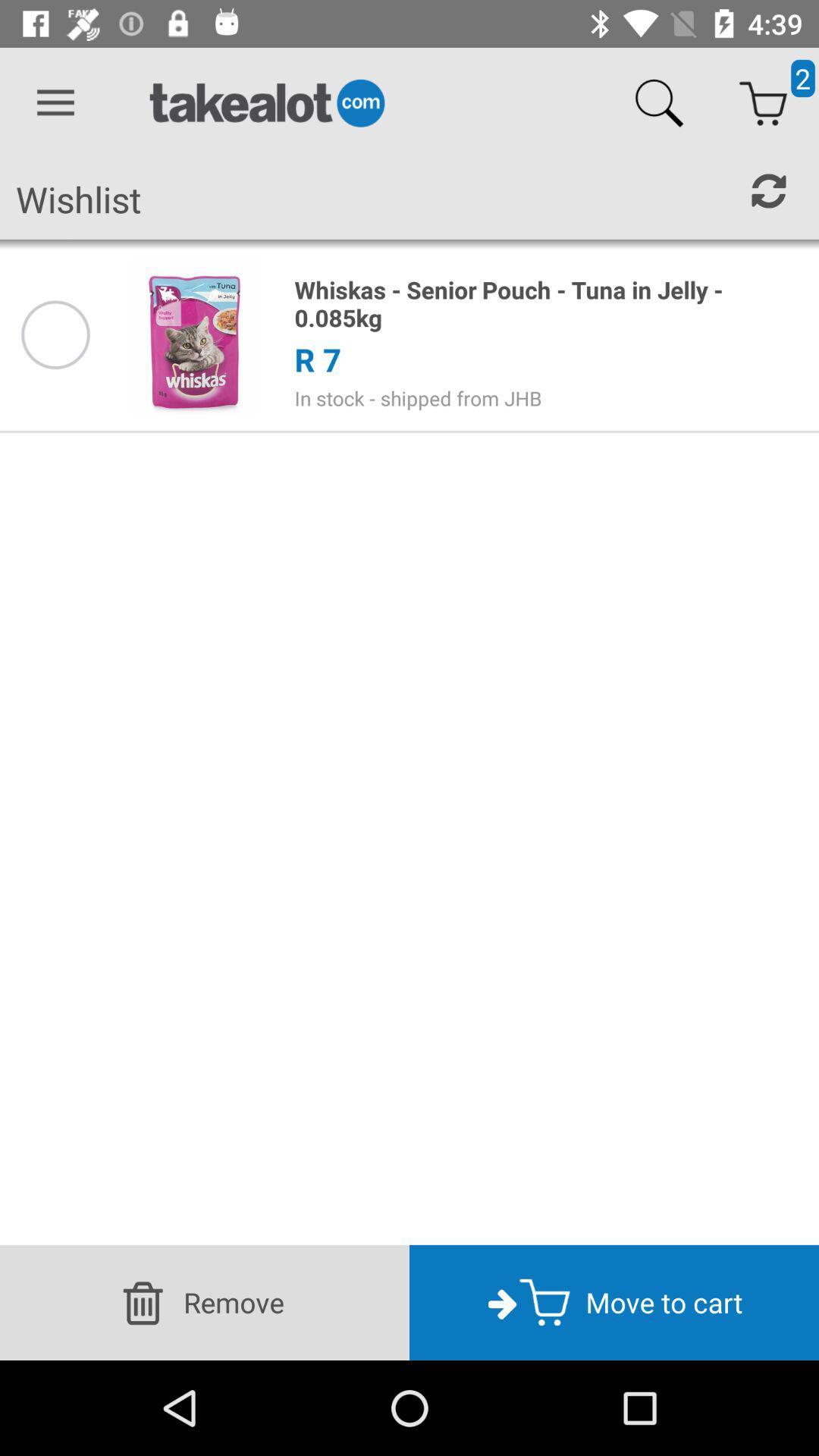 The width and height of the screenshot is (819, 1456). Describe the element at coordinates (548, 303) in the screenshot. I see `whiskas senior pouch` at that location.